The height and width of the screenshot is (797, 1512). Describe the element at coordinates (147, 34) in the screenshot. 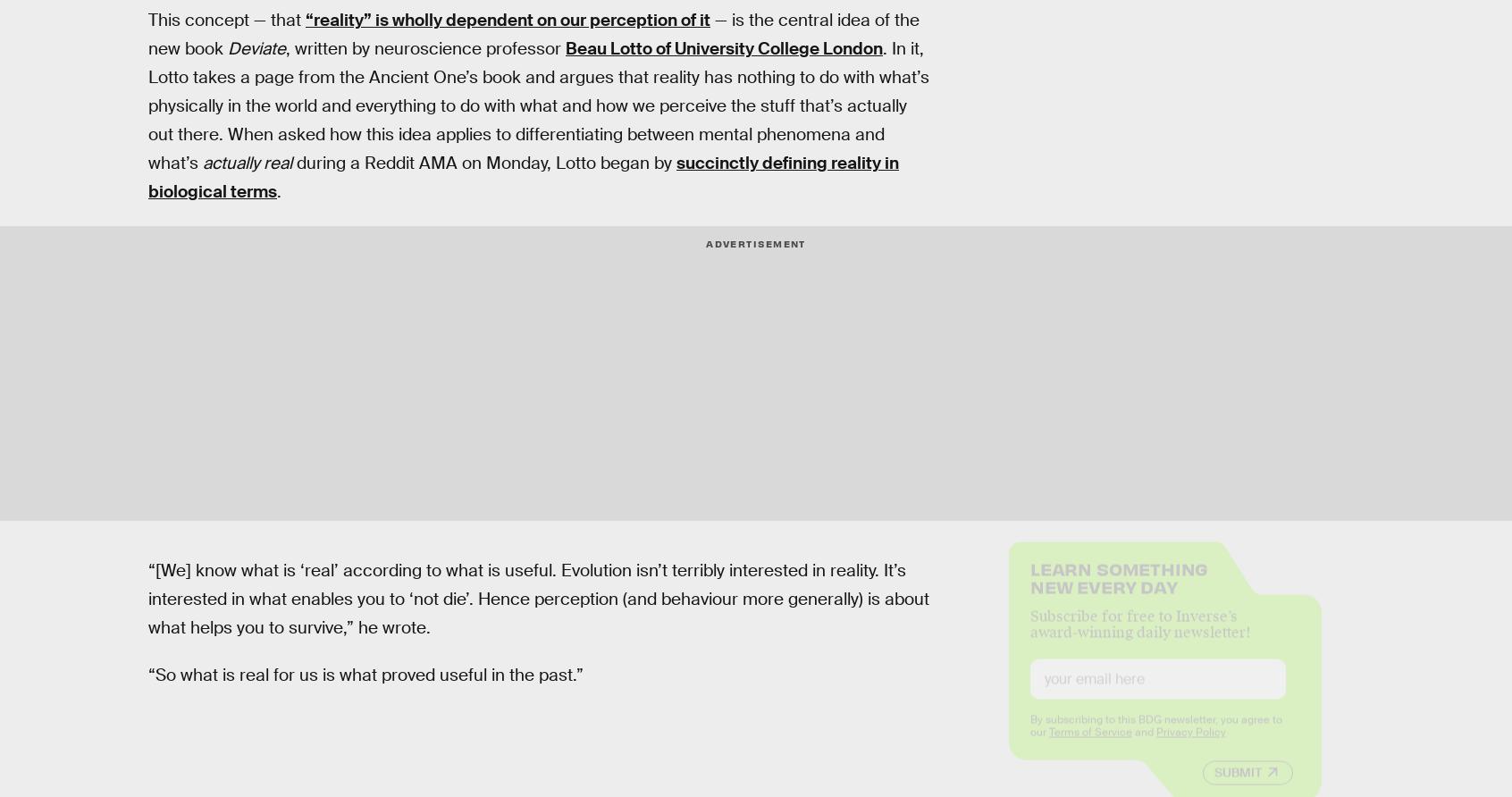

I see `'— is the central idea of the new book'` at that location.